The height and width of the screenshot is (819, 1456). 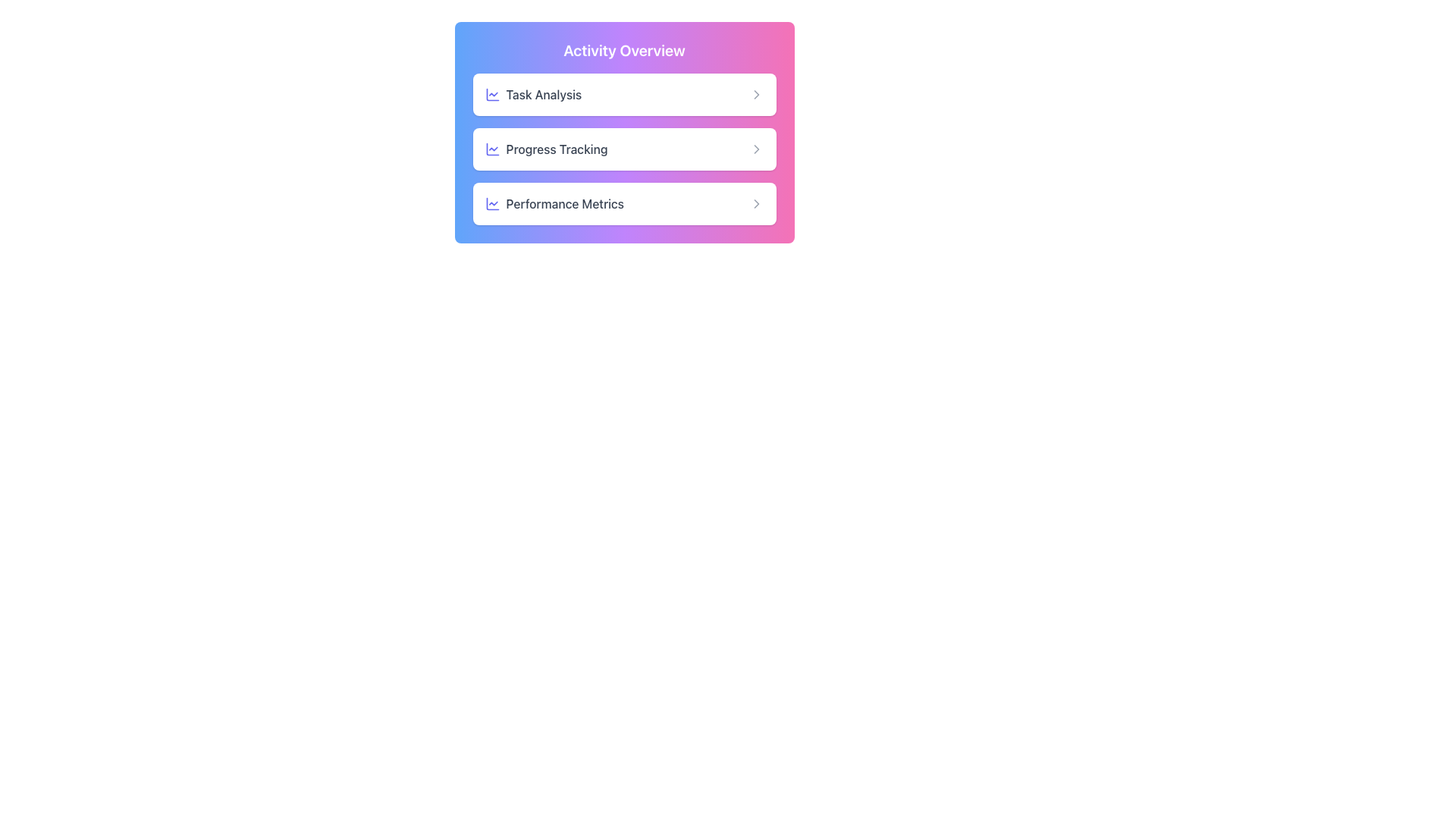 What do you see at coordinates (492, 149) in the screenshot?
I see `the icon representing 'Progress Tracking' located in the second row of the 'Activity Overview' card` at bounding box center [492, 149].